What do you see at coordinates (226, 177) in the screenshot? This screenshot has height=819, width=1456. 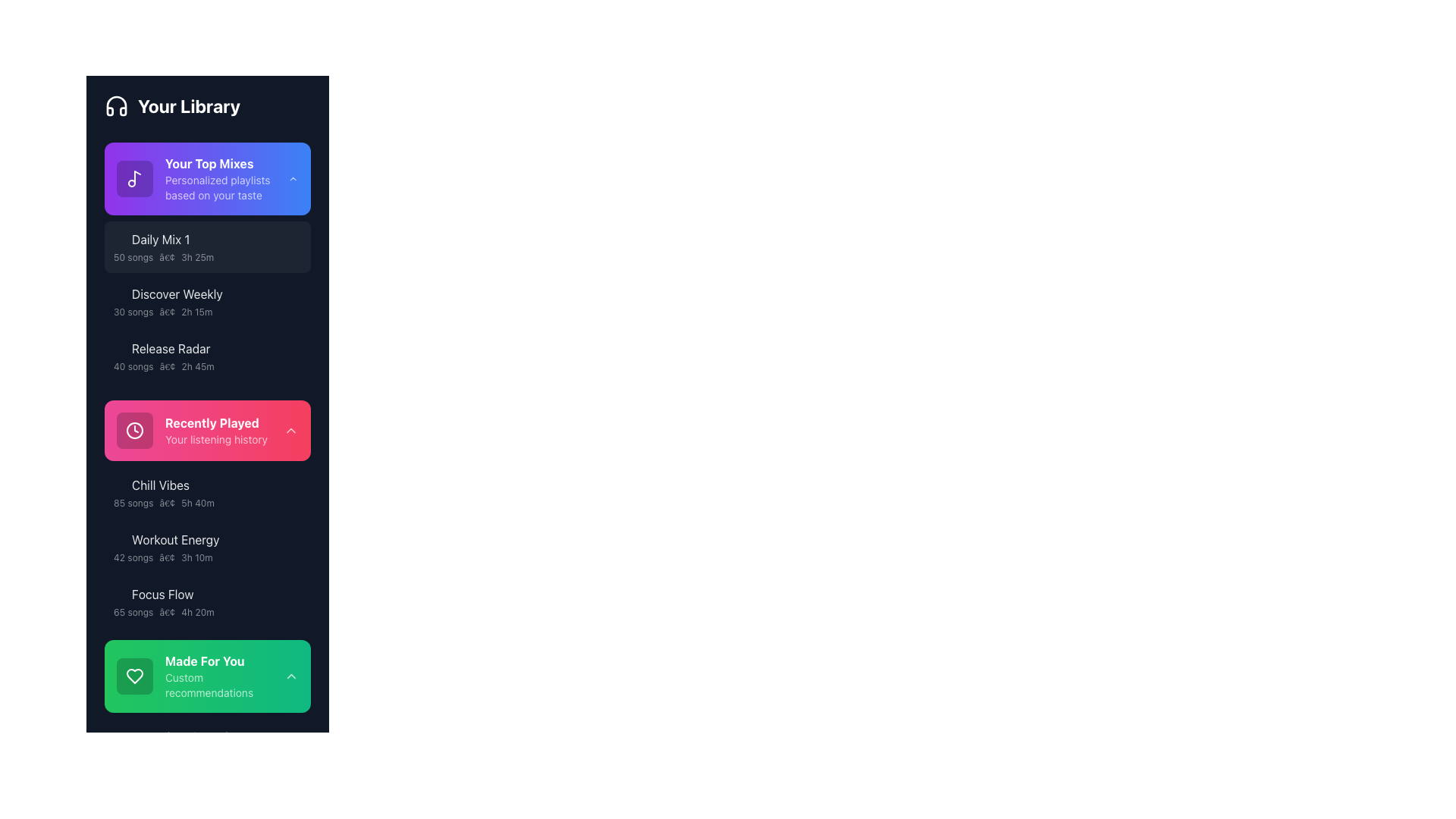 I see `text block titled 'Your Top Mixes' with subtitle 'Personalized playlists based on your taste' located in the top-left quadrant of the interface, part of a card-like UI with a purple background` at bounding box center [226, 177].